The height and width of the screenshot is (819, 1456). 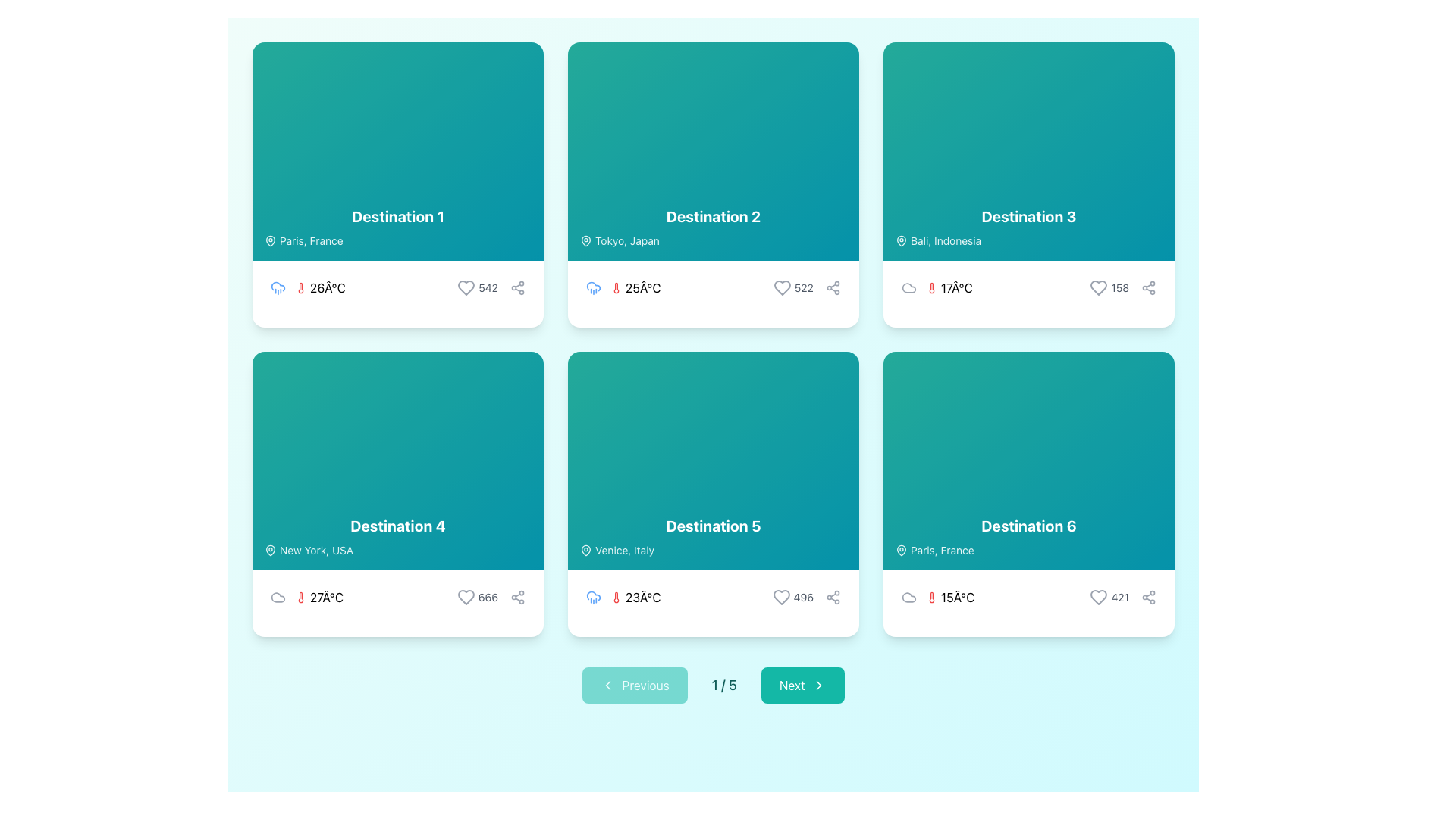 What do you see at coordinates (616, 596) in the screenshot?
I see `the red thermometer icon within the card labeled 'Destination 5: Venice, Italy', located in the second row and second column of the layout` at bounding box center [616, 596].